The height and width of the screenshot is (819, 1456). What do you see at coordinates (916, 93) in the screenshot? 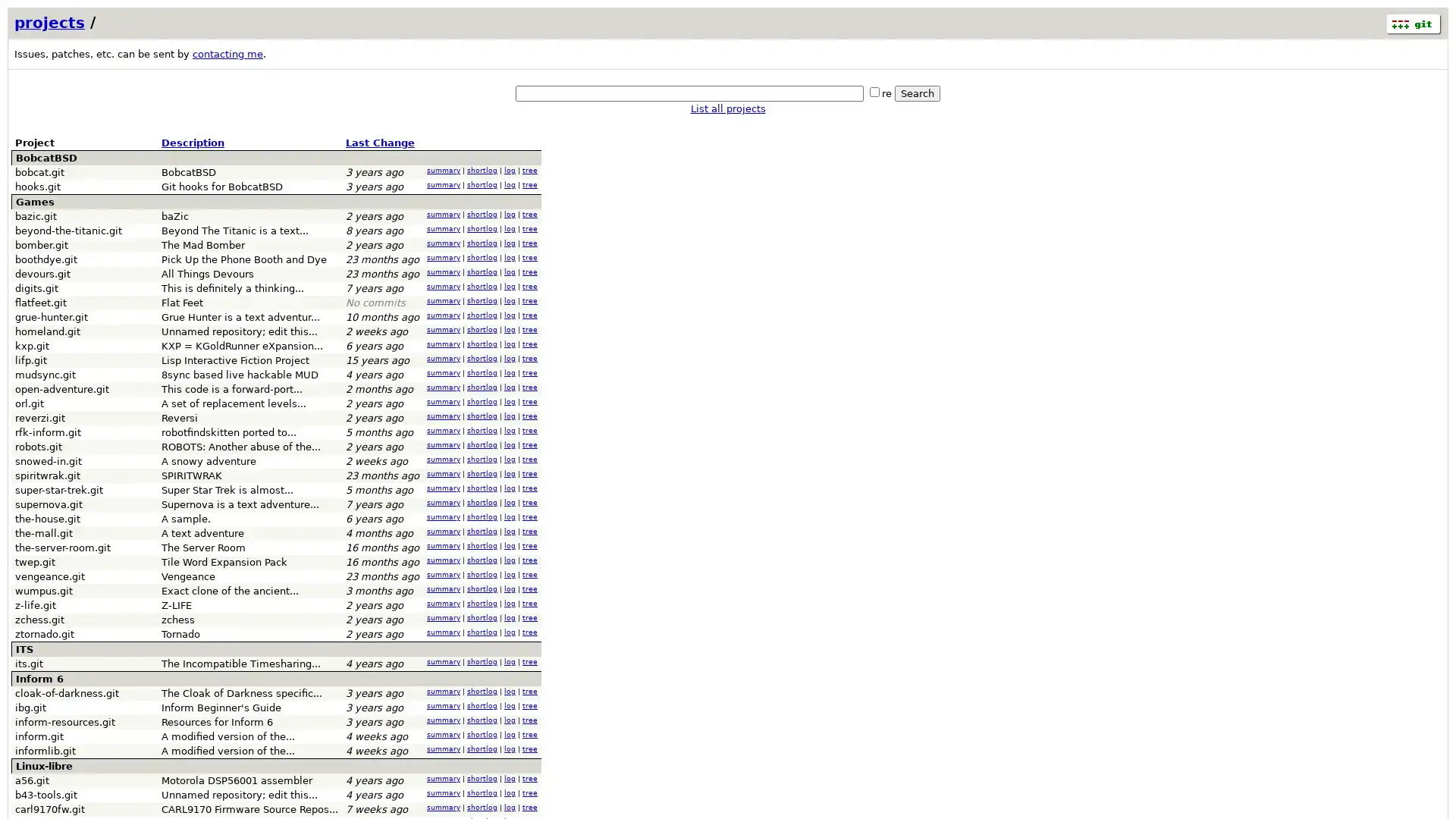
I see `Search` at bounding box center [916, 93].